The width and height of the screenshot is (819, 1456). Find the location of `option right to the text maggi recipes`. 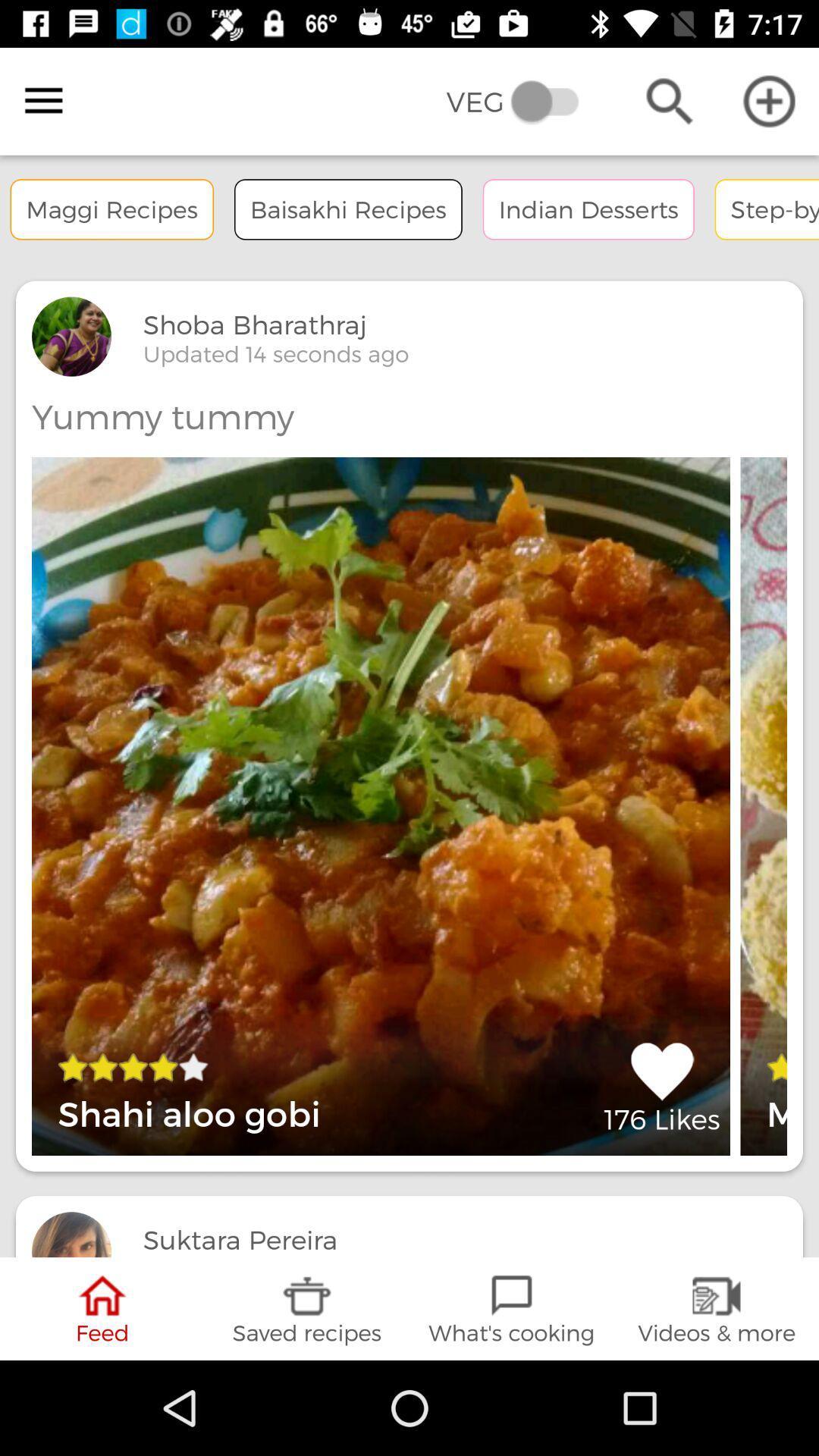

option right to the text maggi recipes is located at coordinates (348, 209).